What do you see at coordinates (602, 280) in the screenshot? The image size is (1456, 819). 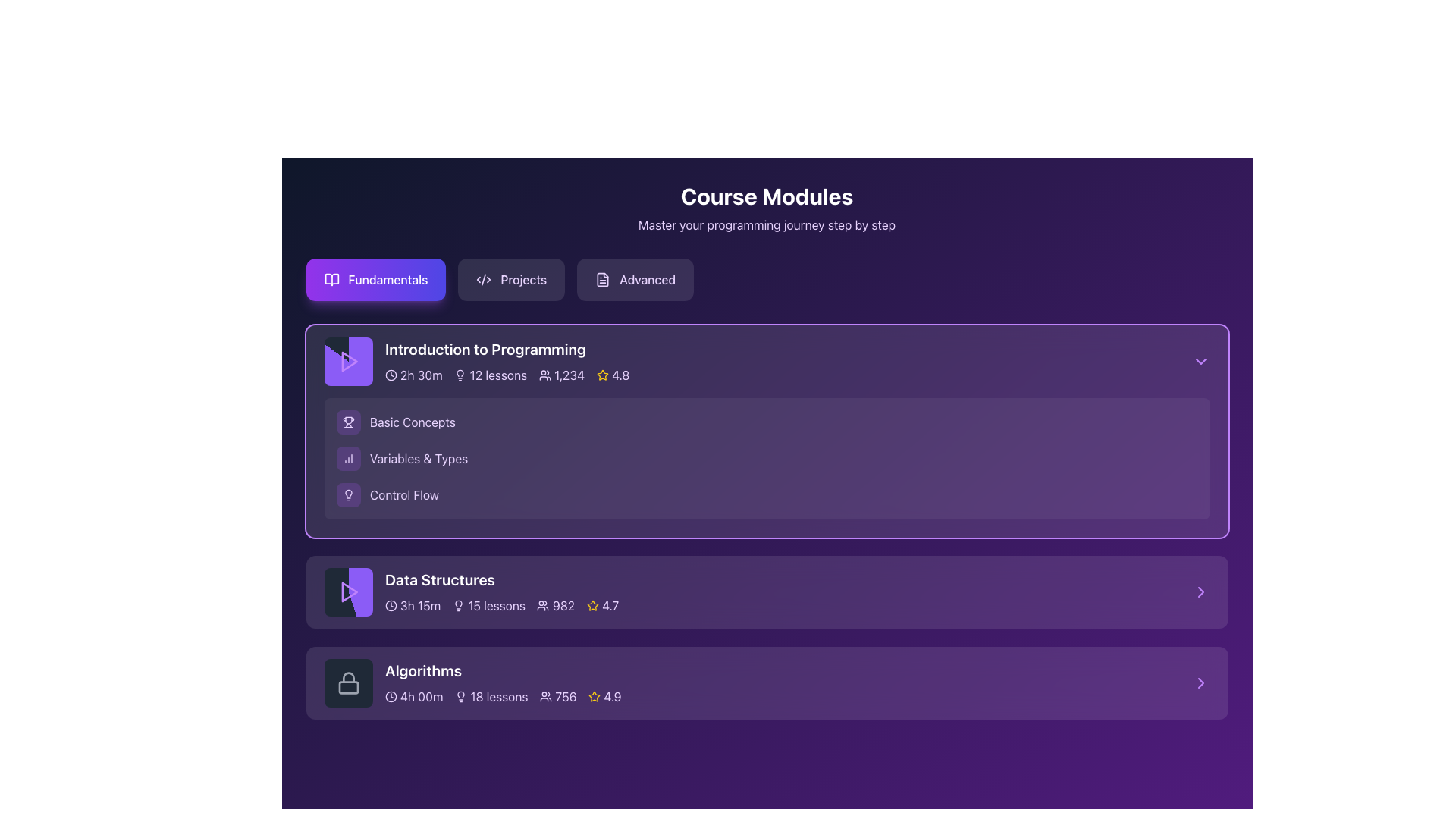 I see `the 'Advanced' navigation button, which is the rightmost button in a group of three buttons labeled 'Fundamentals', 'Projects', and 'Advanced'` at bounding box center [602, 280].